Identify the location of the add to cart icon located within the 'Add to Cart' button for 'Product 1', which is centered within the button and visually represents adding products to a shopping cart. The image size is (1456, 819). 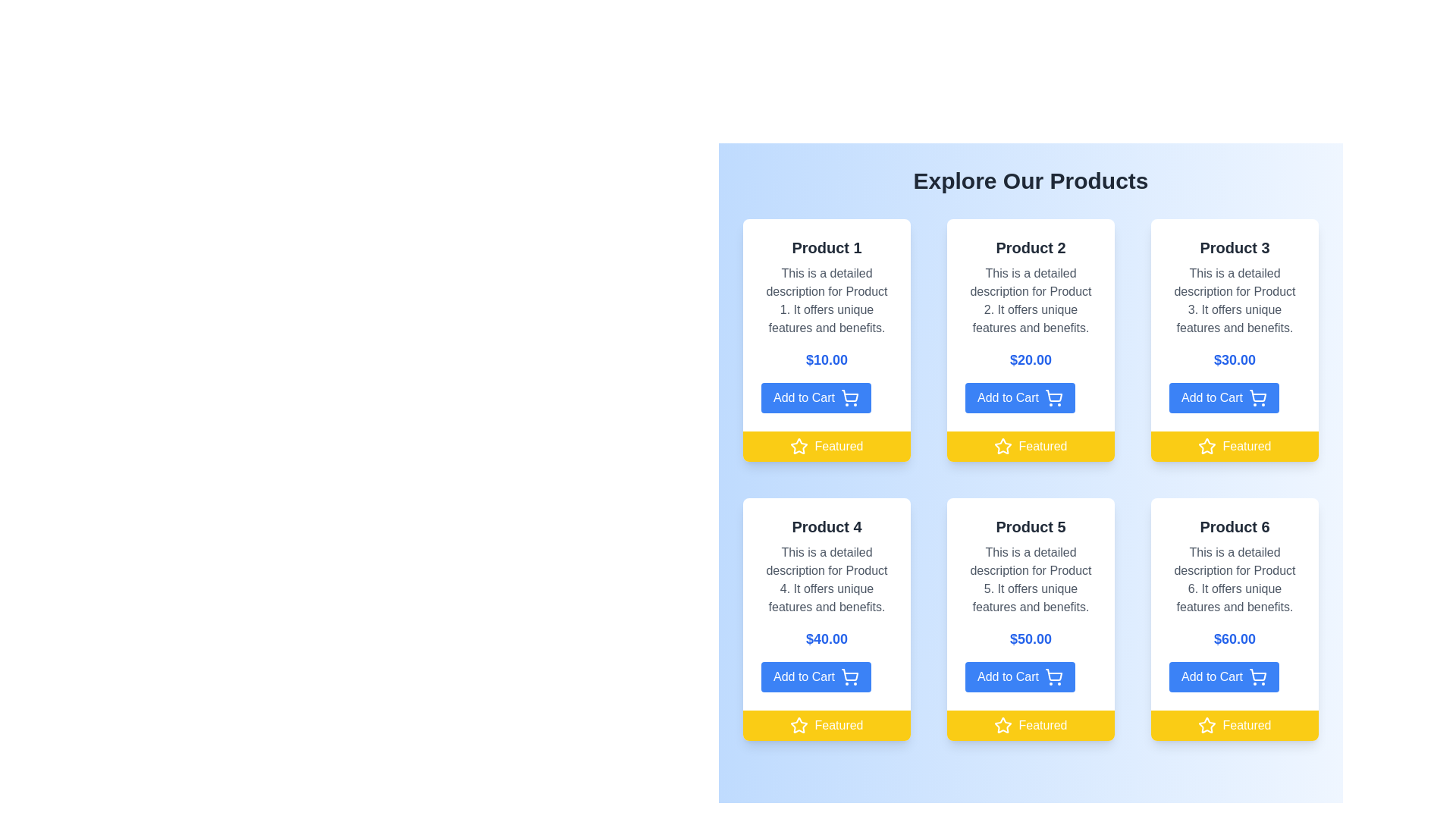
(850, 395).